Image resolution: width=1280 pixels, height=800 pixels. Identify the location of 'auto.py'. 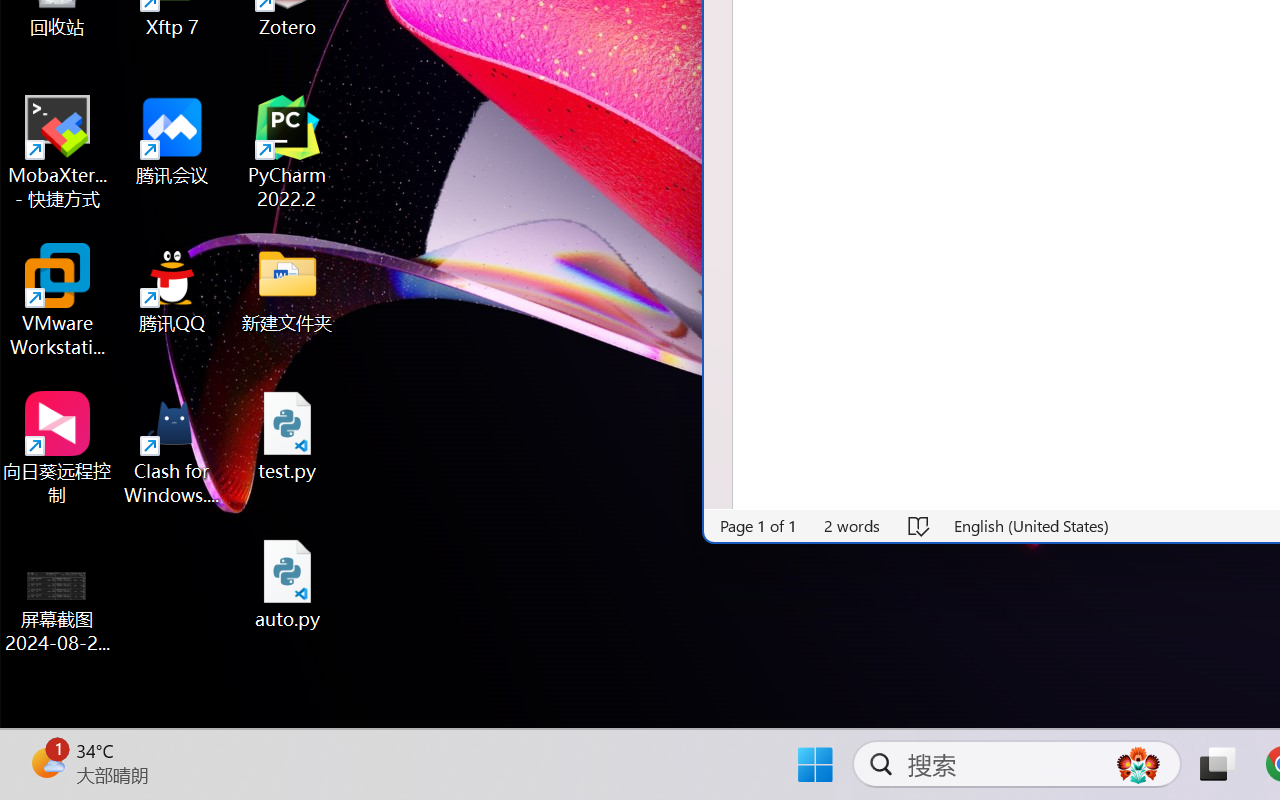
(287, 583).